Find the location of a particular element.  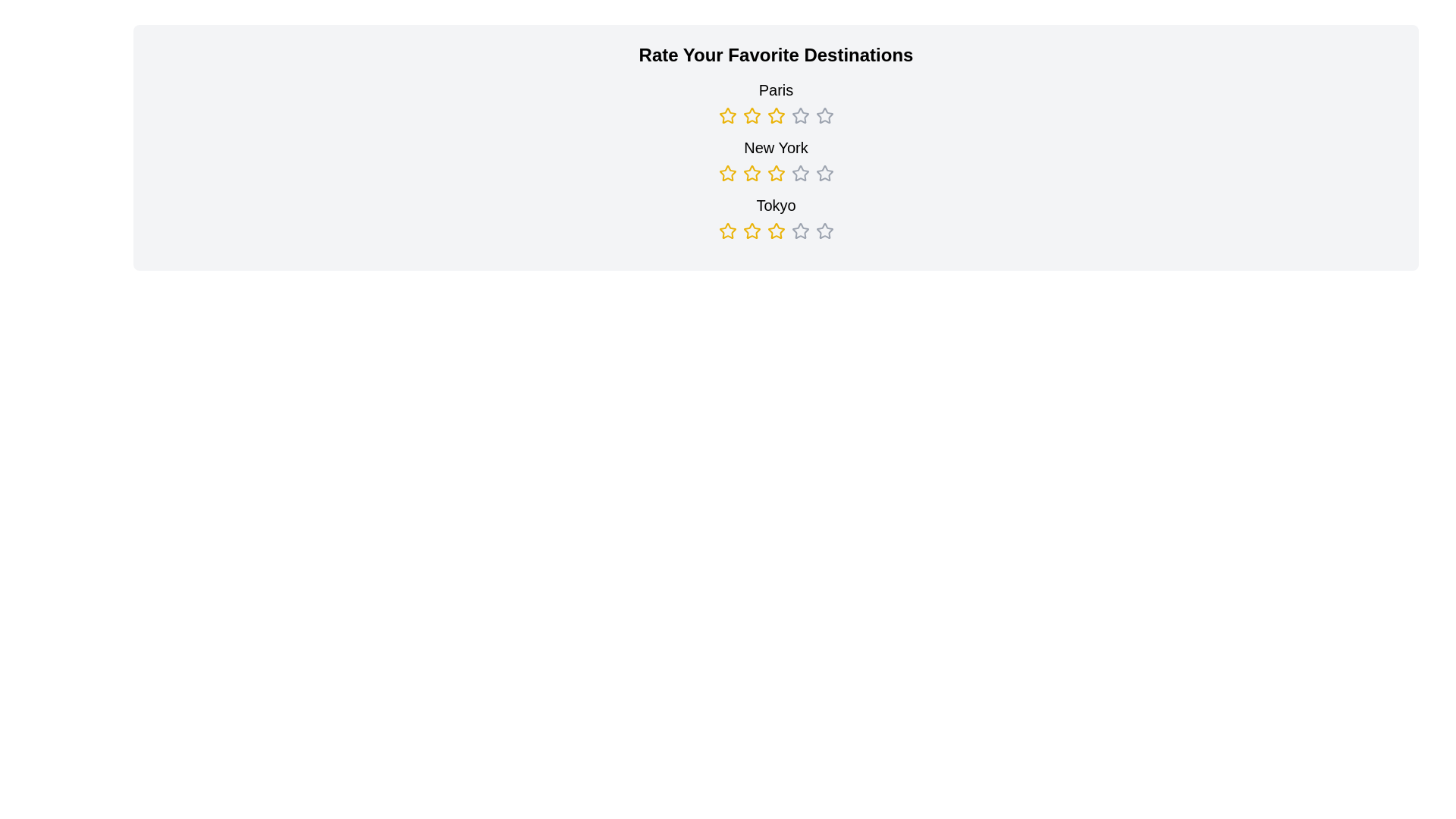

the third star icon from the left in the star rating row to rate the 'Paris' destination with a rating of three out of five is located at coordinates (776, 115).